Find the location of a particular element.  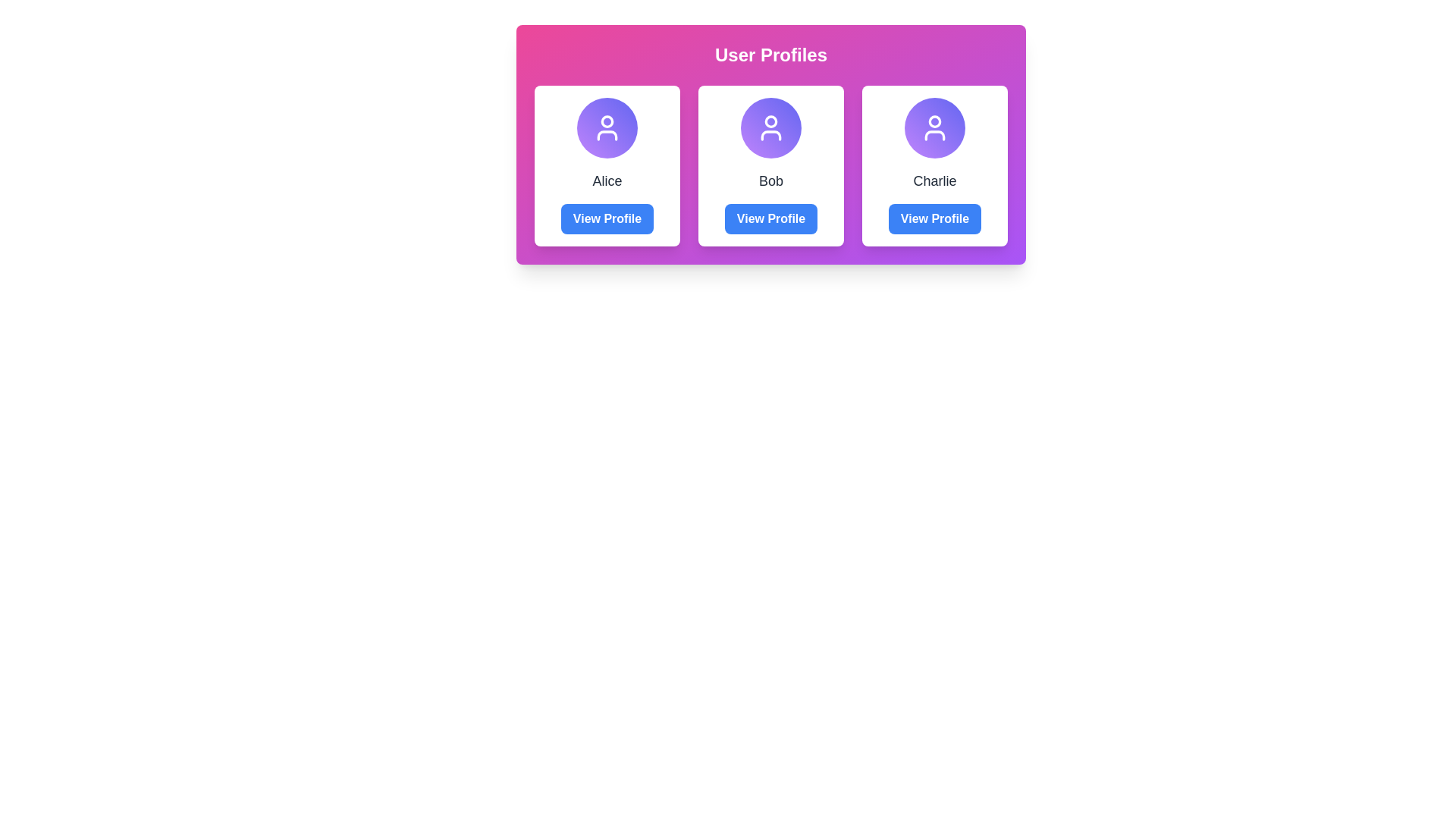

the button located below the text displaying 'Bob' in the second user profile card is located at coordinates (771, 219).